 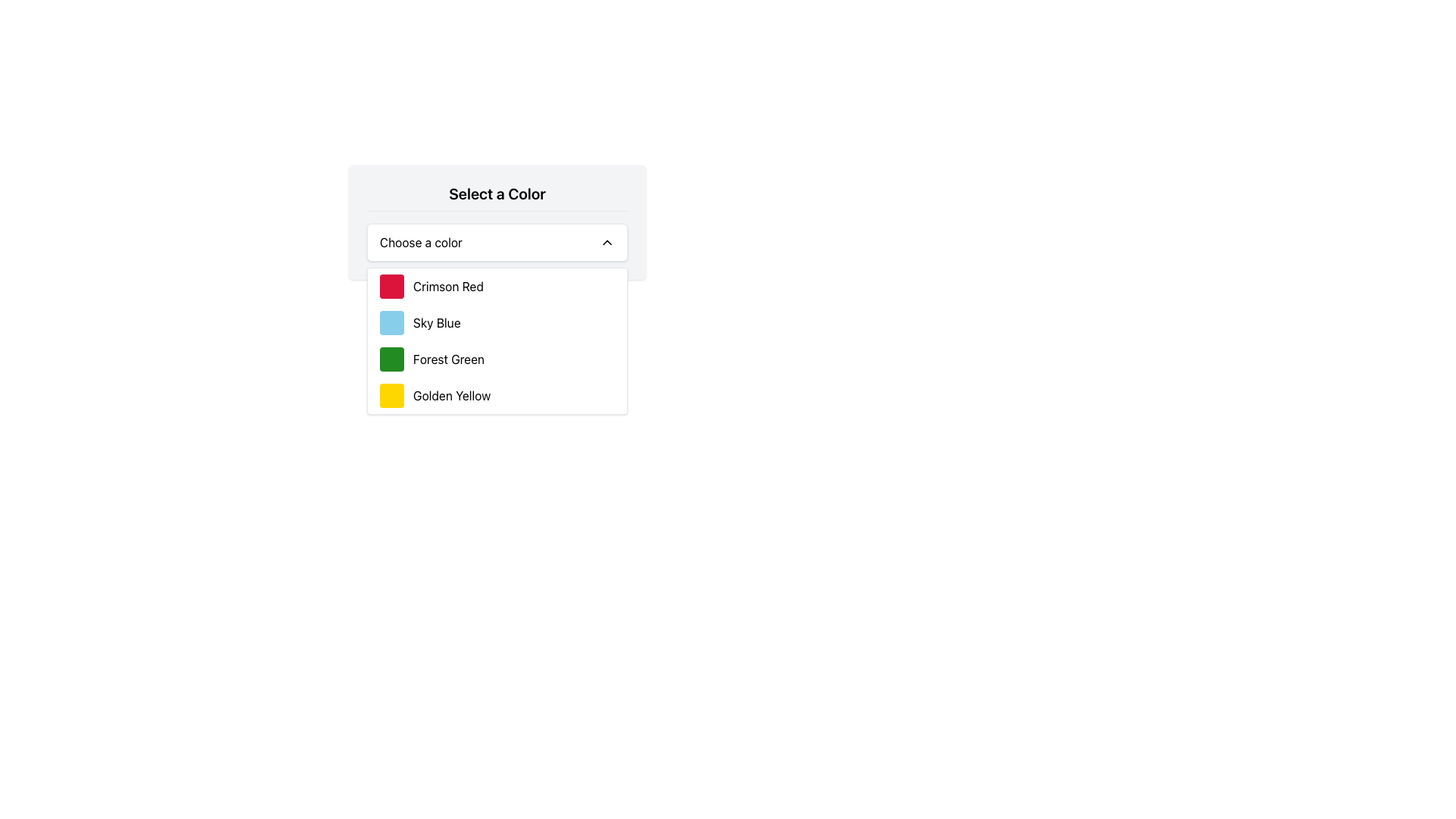 I want to click on the 'Crimson Red' option in the color selection dropdown menu, so click(x=497, y=287).